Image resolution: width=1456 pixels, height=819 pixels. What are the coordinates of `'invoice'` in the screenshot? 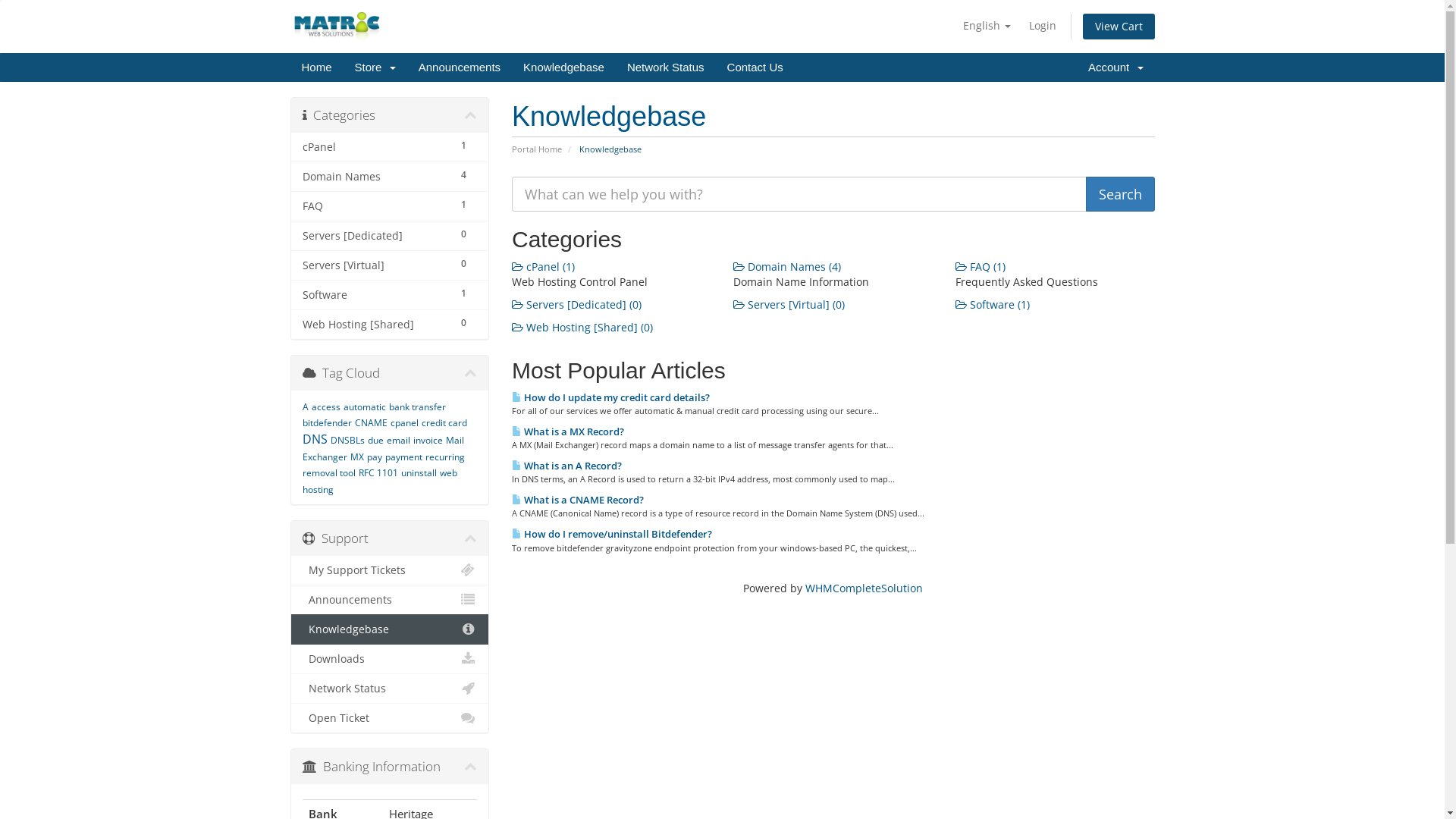 It's located at (412, 440).